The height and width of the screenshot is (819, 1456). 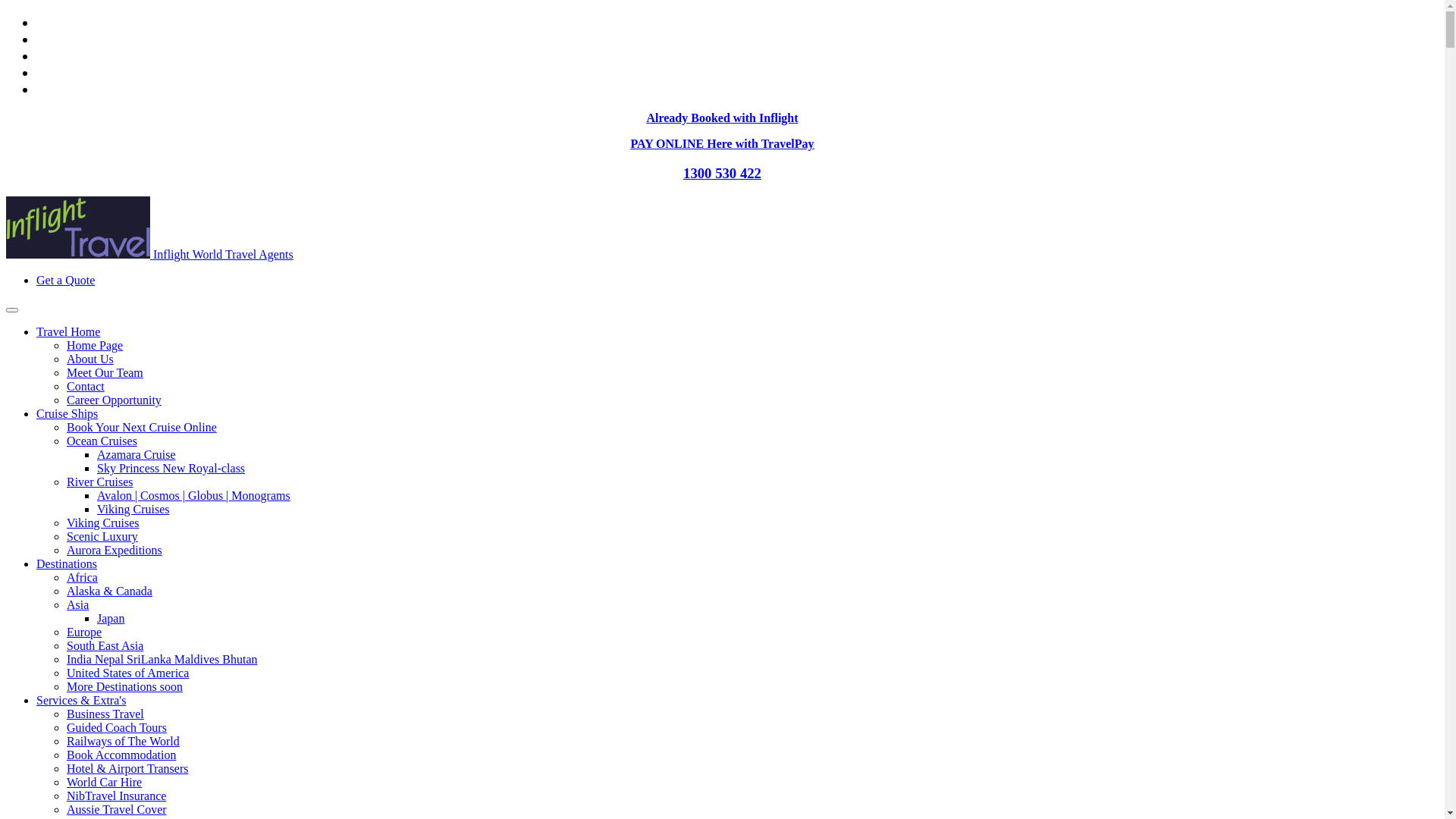 I want to click on 'NibTravel Insurance', so click(x=65, y=795).